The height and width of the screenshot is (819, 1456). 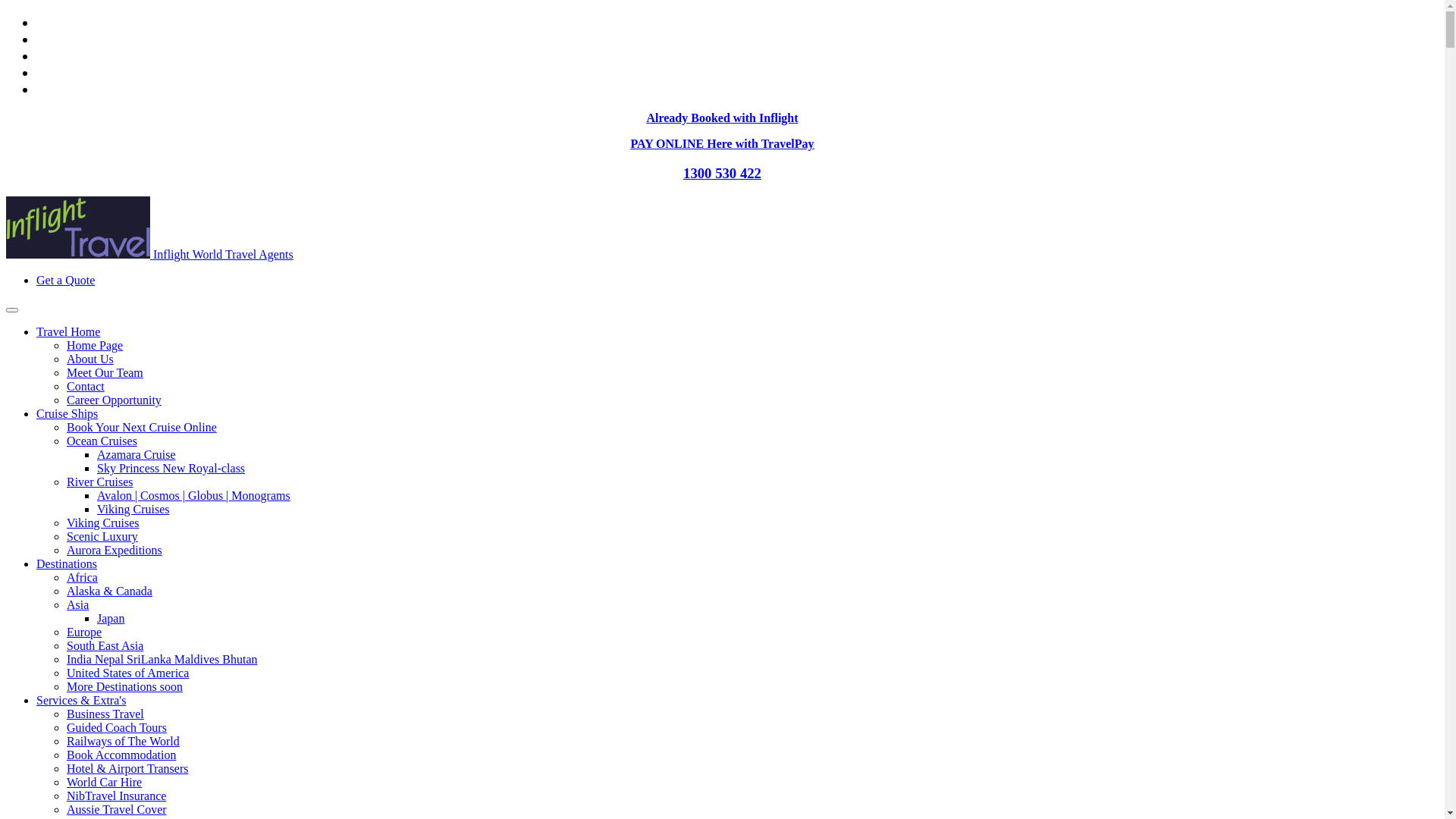 I want to click on 'NibTravel Insurance', so click(x=65, y=795).